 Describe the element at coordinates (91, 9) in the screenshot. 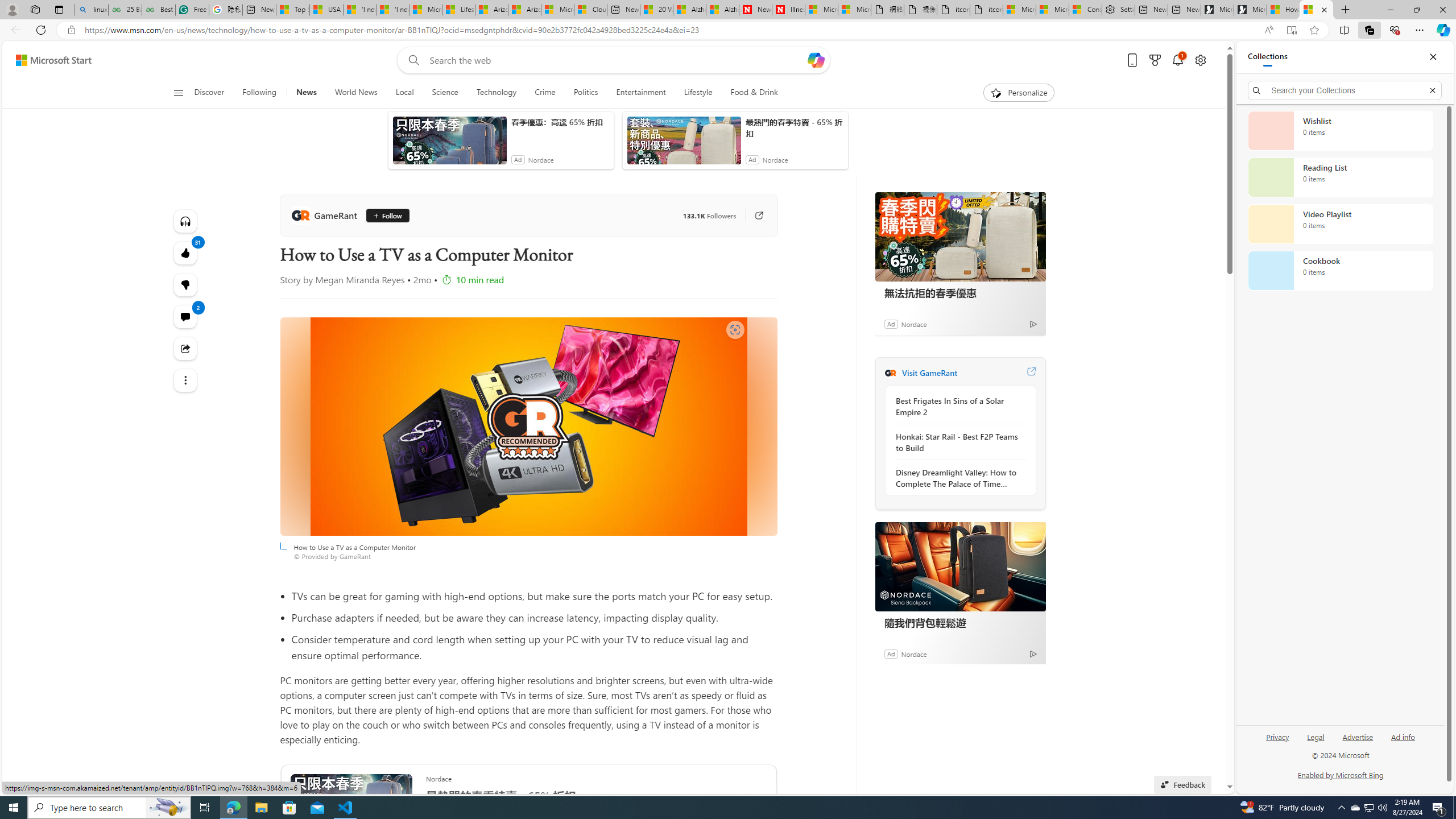

I see `'linux basic - Search'` at that location.